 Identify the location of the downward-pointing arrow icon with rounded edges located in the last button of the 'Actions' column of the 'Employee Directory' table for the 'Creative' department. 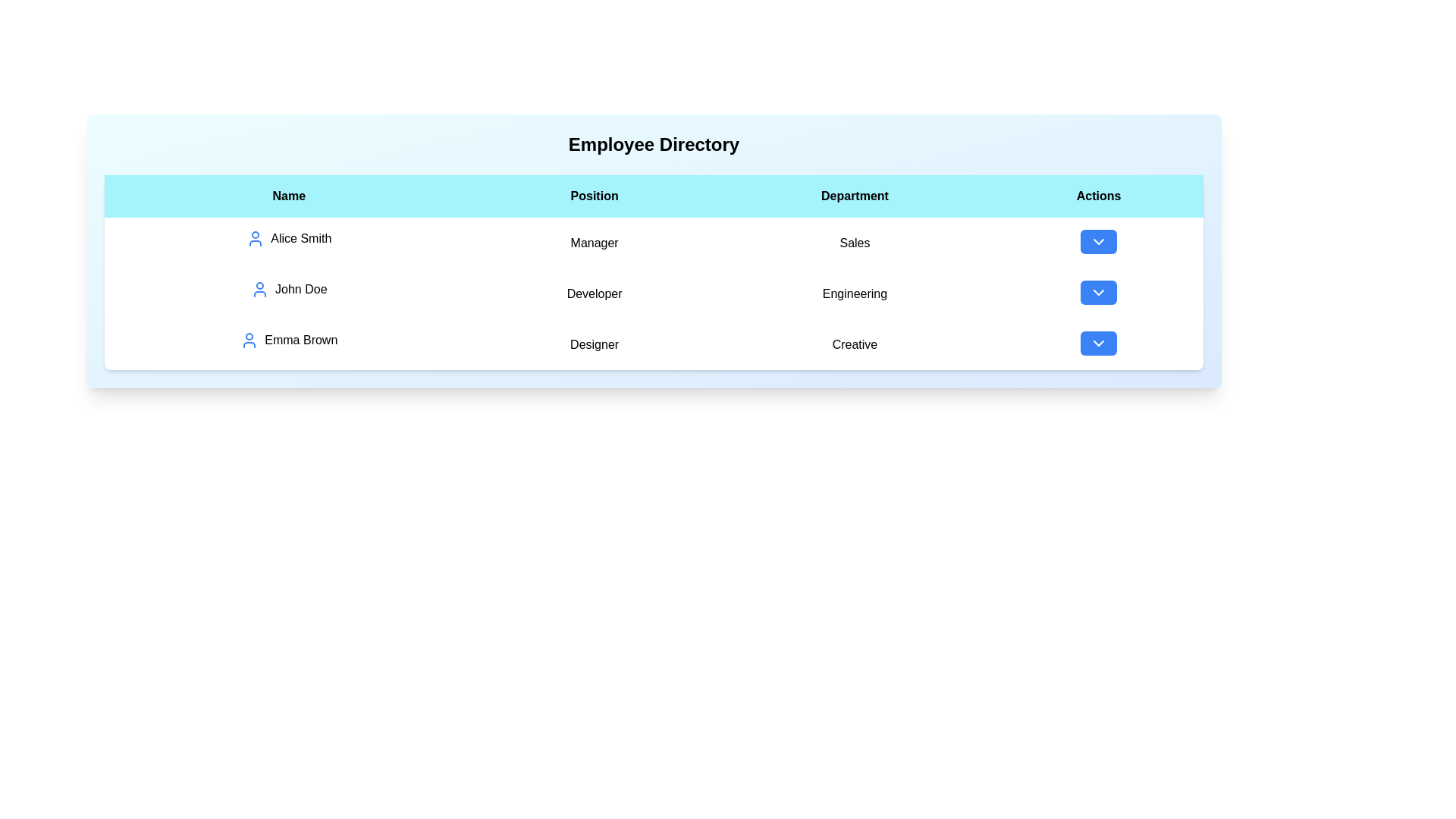
(1099, 343).